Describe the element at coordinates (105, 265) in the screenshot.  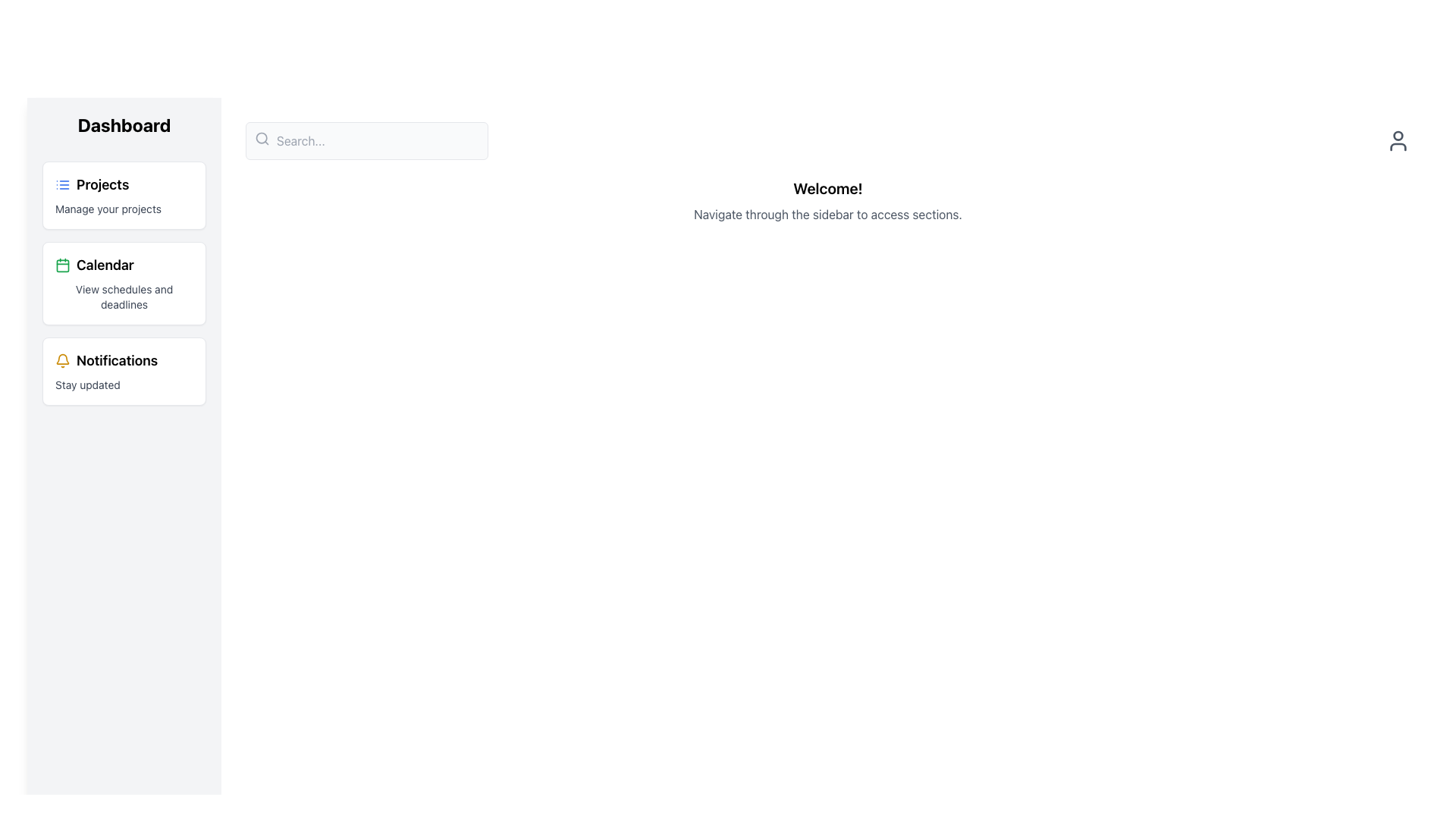
I see `the 'Calendar' navigation link in the sidebar menu` at that location.